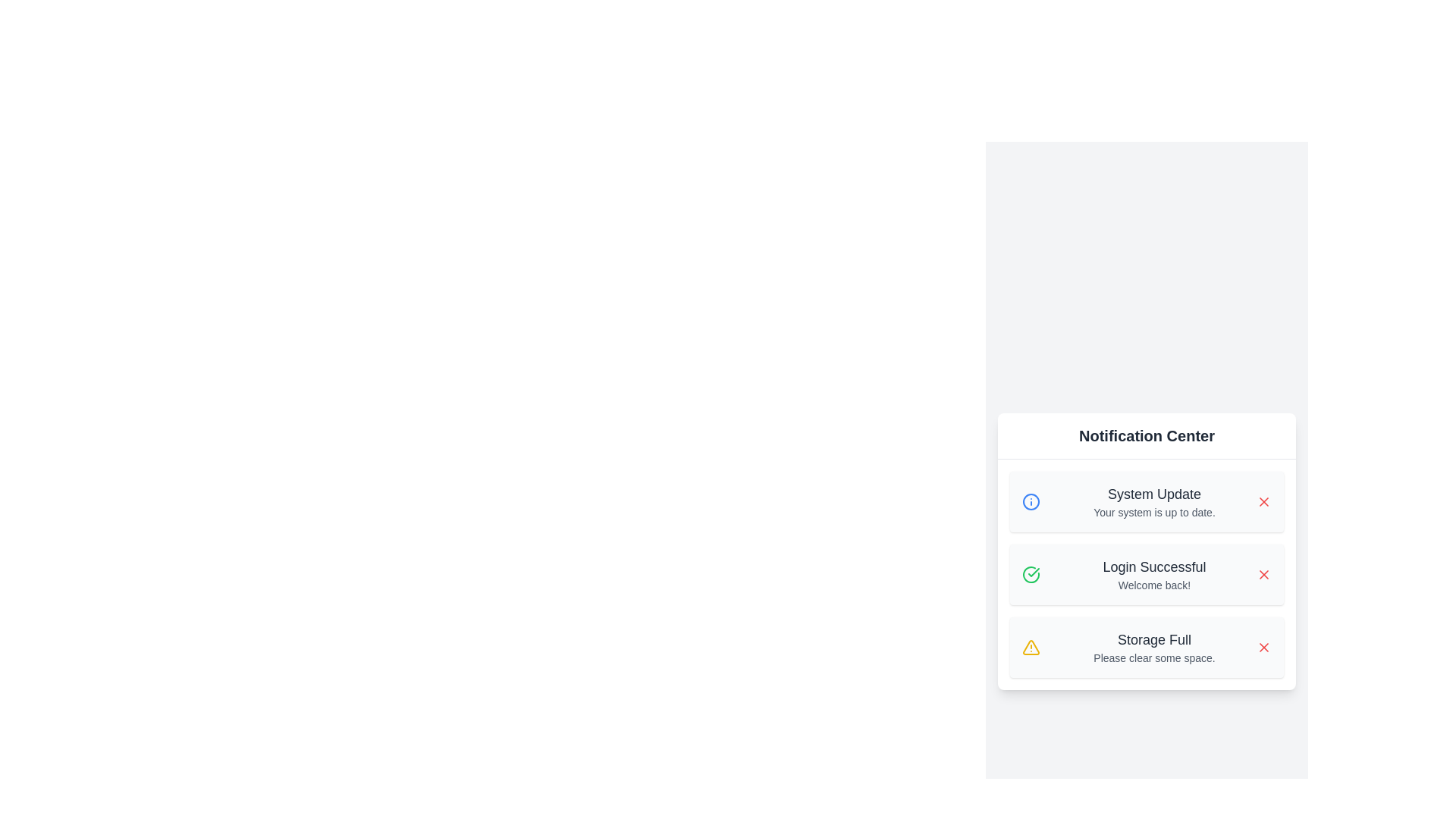 The image size is (1456, 819). I want to click on the informational icon for the 'System Update' notification, which is located in the top-left corner of the notification adjacent to the text 'Your system is up to date.', so click(1031, 501).